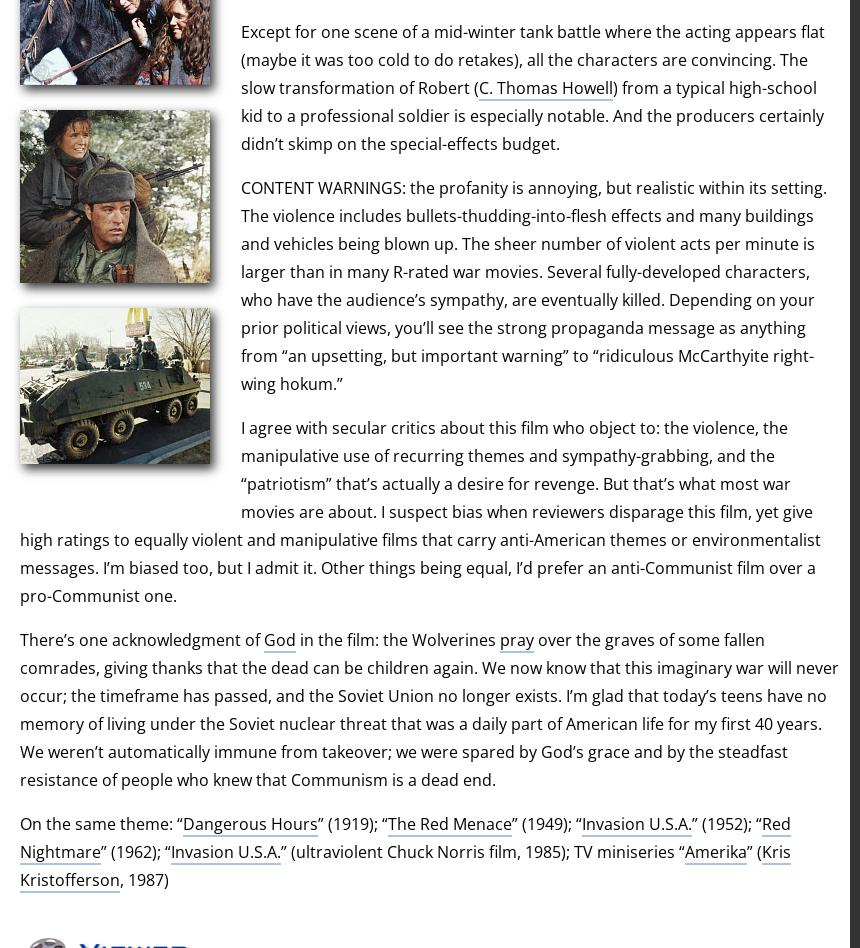 This screenshot has height=948, width=860. Describe the element at coordinates (546, 87) in the screenshot. I see `'C. Thomas Howell'` at that location.